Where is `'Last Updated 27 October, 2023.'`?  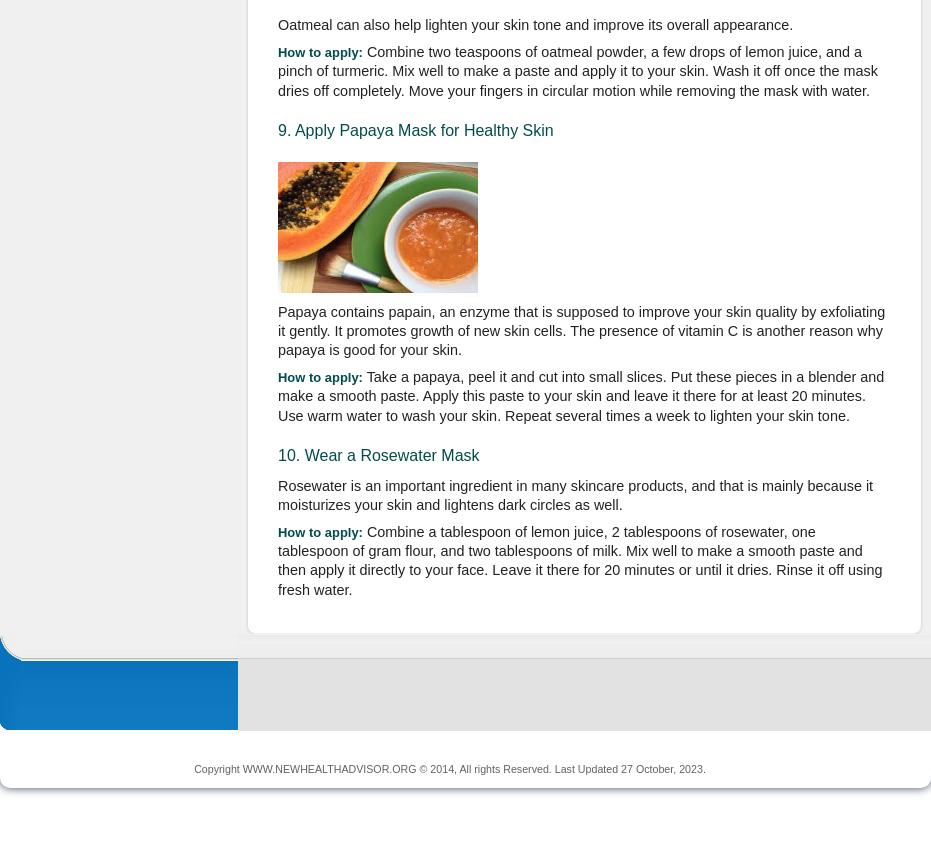 'Last Updated 27 October, 2023.' is located at coordinates (629, 766).